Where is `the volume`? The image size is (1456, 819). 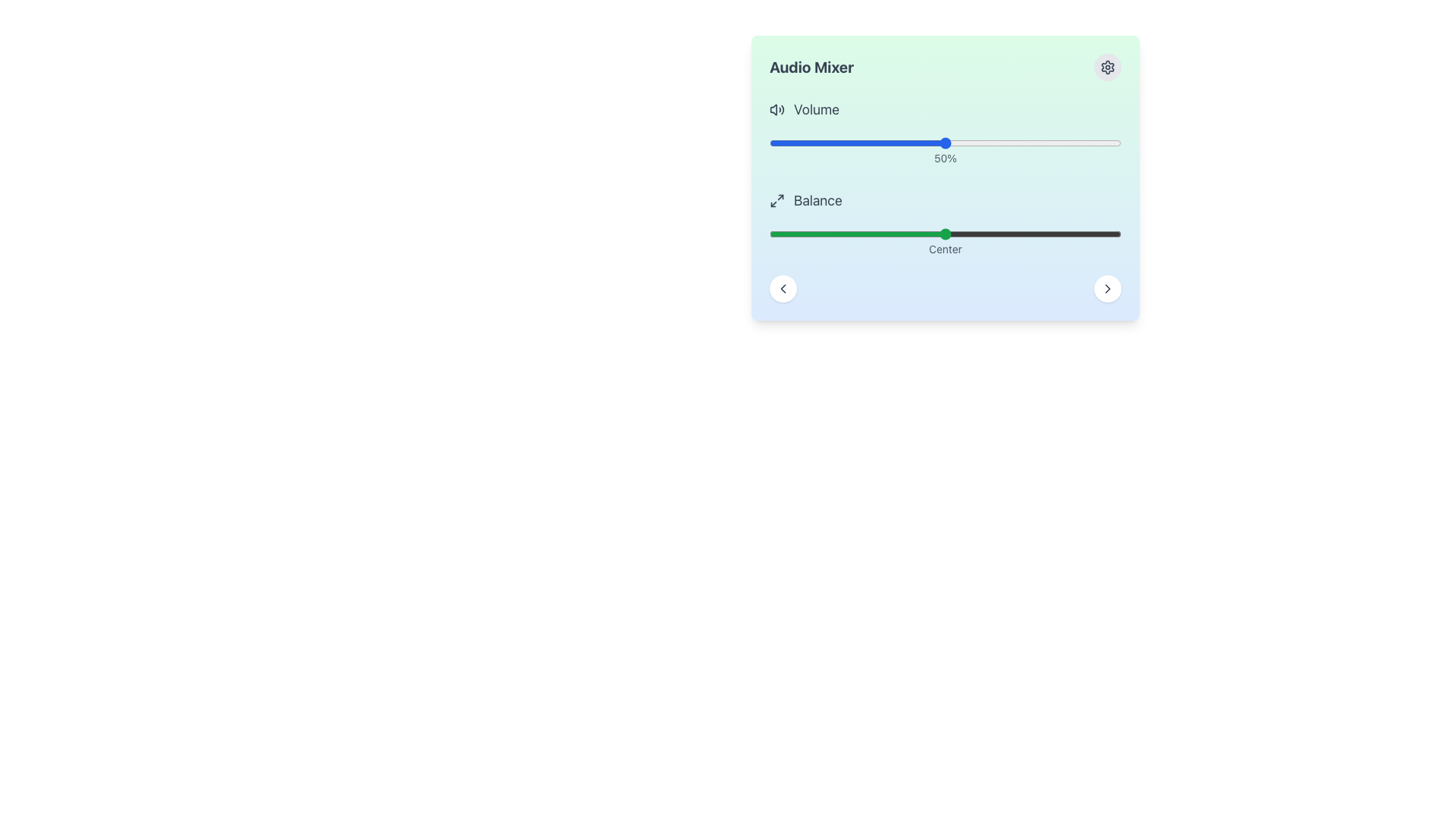 the volume is located at coordinates (1015, 143).